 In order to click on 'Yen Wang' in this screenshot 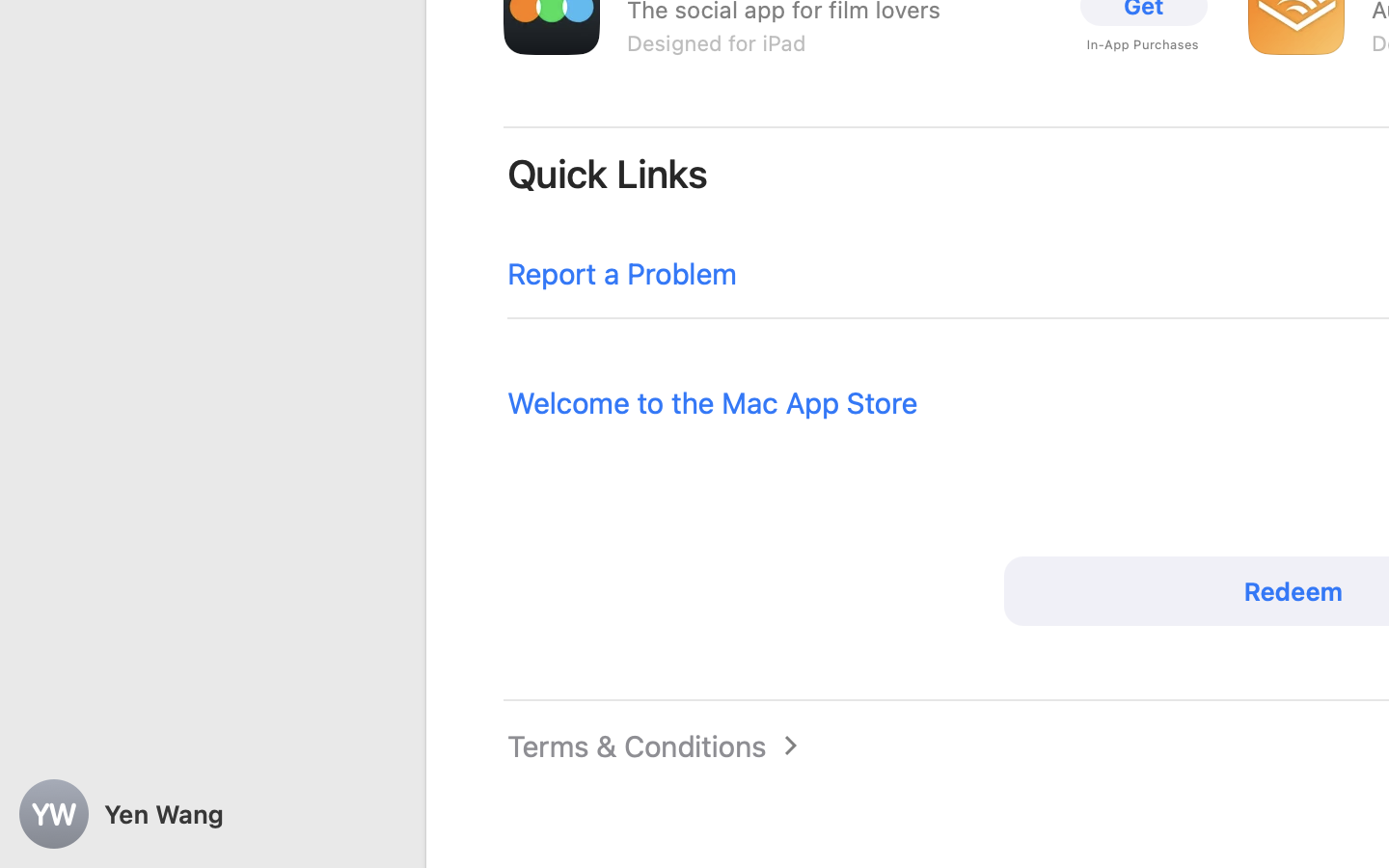, I will do `click(212, 814)`.